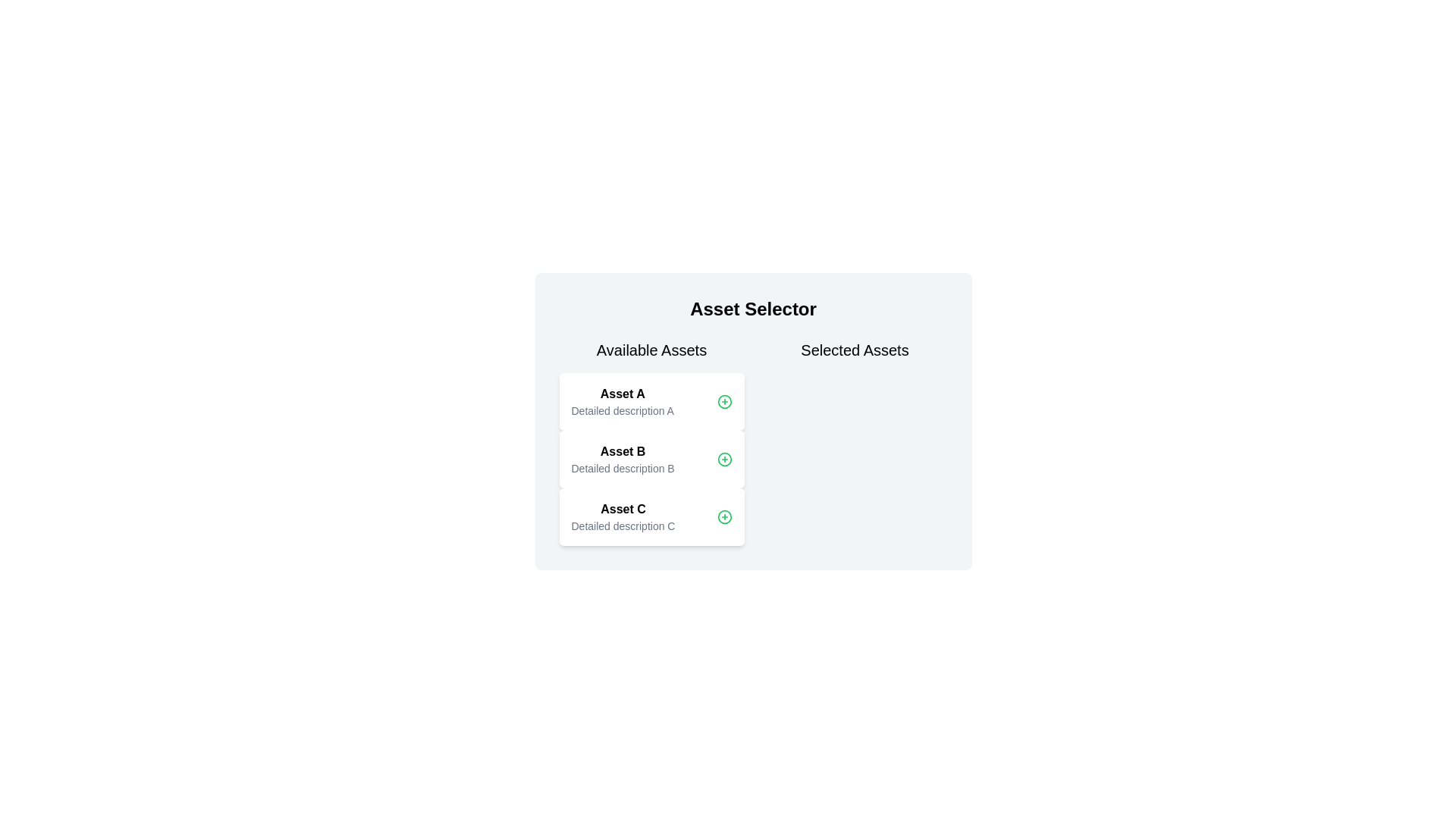 This screenshot has width=1456, height=819. I want to click on the decorative graphical element within the circular plus icon located to the right of the 'Asset B' entry in the 'Available Assets' column of the 'Asset Selector', so click(723, 516).